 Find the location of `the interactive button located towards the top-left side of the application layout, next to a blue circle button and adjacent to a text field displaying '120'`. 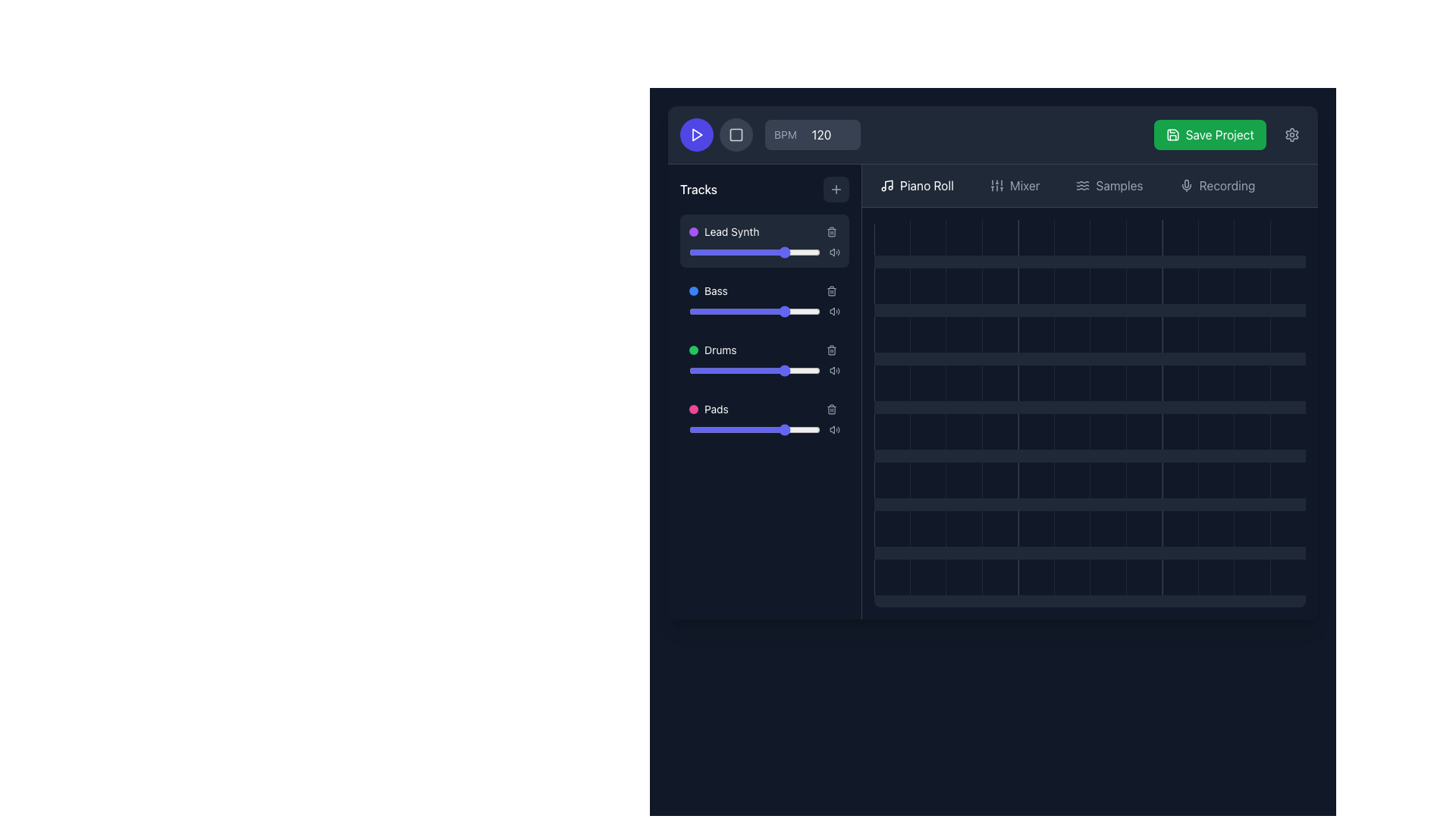

the interactive button located towards the top-left side of the application layout, next to a blue circle button and adjacent to a text field displaying '120' is located at coordinates (736, 133).